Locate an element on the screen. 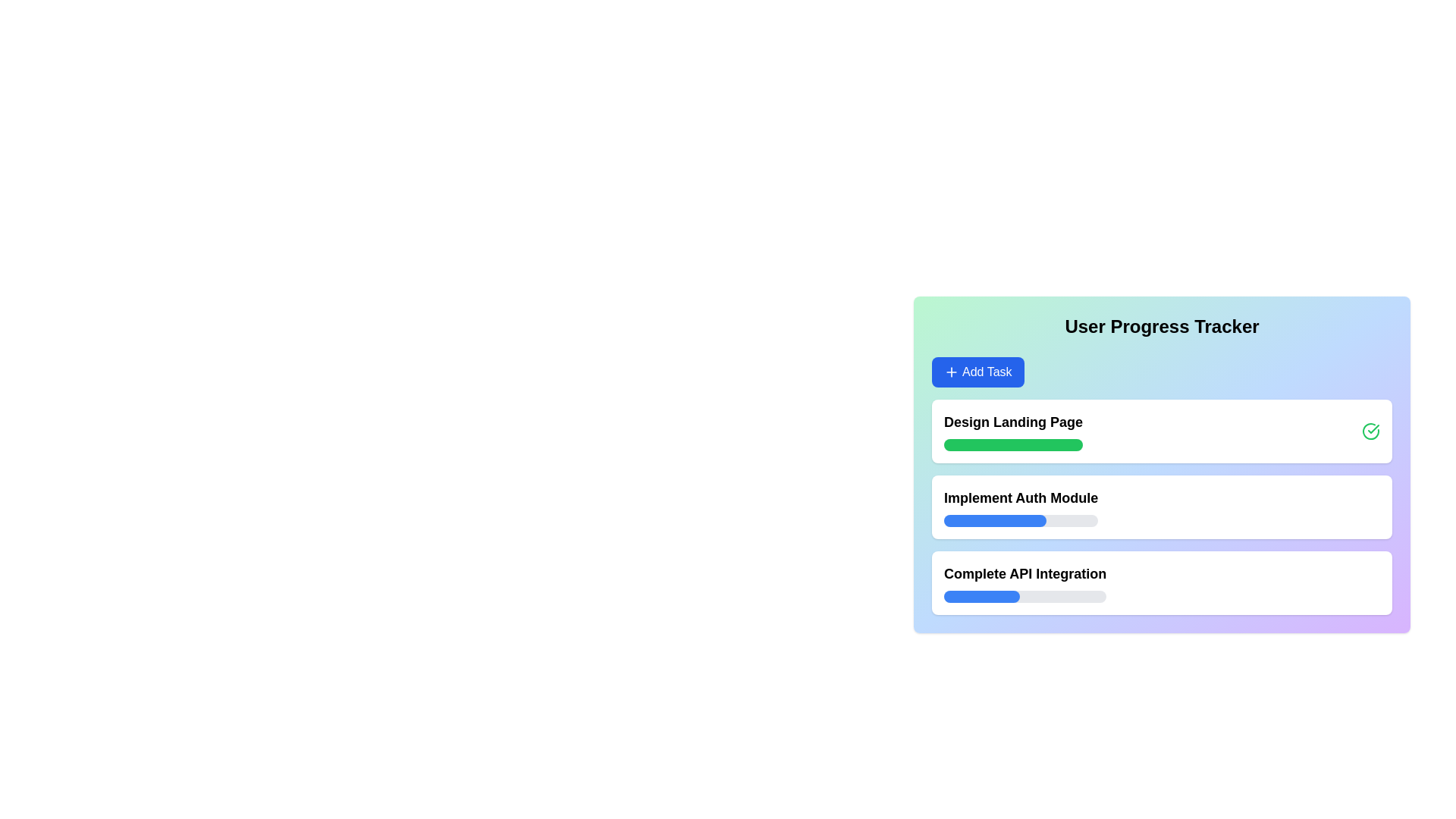 This screenshot has height=819, width=1456. the plus icon embedded in the 'Add Task' button located at the top-left part of the user progress tracker interface is located at coordinates (950, 372).